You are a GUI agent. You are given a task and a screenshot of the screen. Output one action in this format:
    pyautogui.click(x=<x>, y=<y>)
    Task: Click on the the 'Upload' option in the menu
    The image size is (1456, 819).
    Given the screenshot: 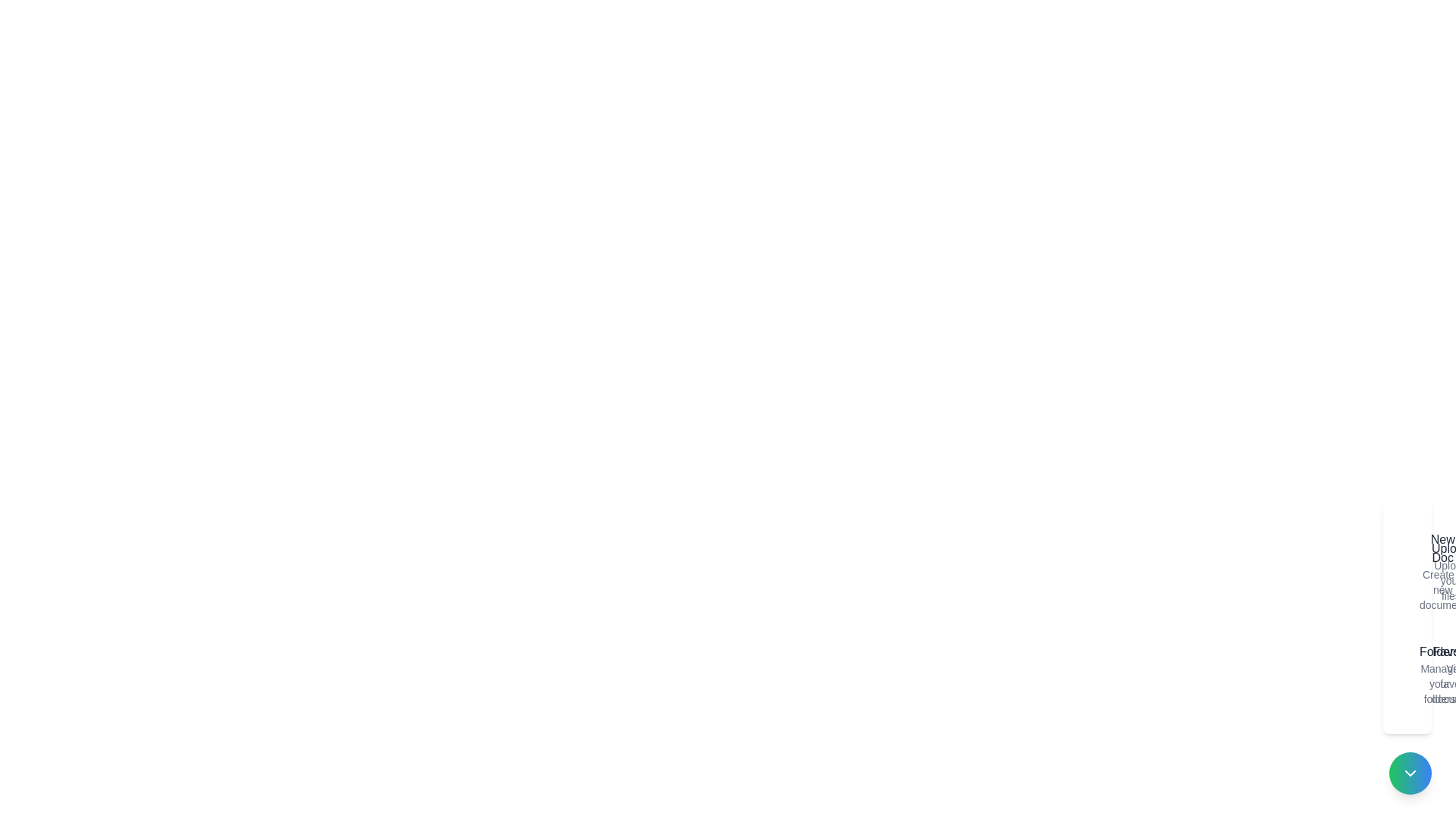 What is the action you would take?
    pyautogui.click(x=1422, y=571)
    